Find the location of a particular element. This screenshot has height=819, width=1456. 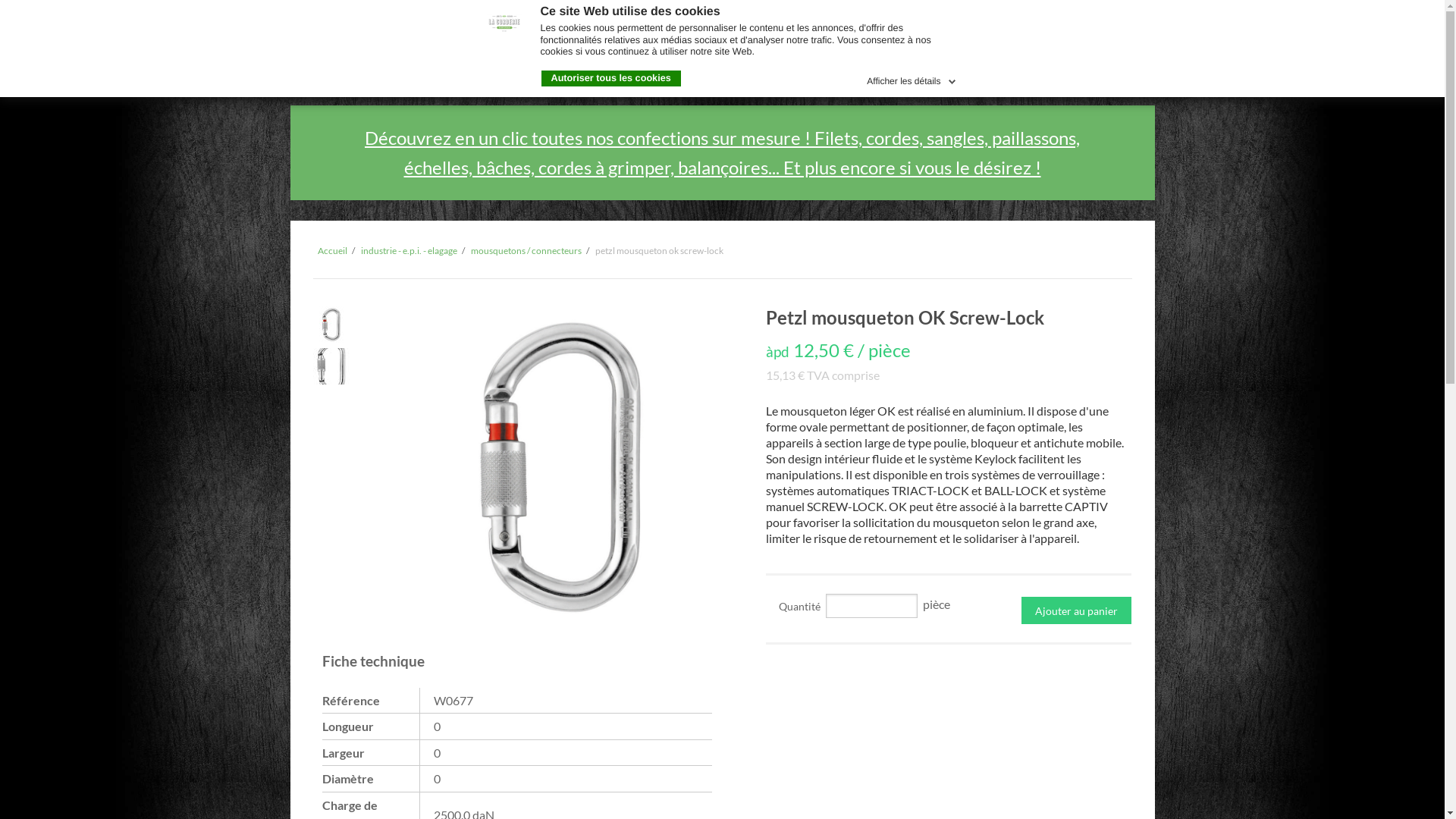

'industrie - e.p.i. - elagage' is located at coordinates (359, 249).